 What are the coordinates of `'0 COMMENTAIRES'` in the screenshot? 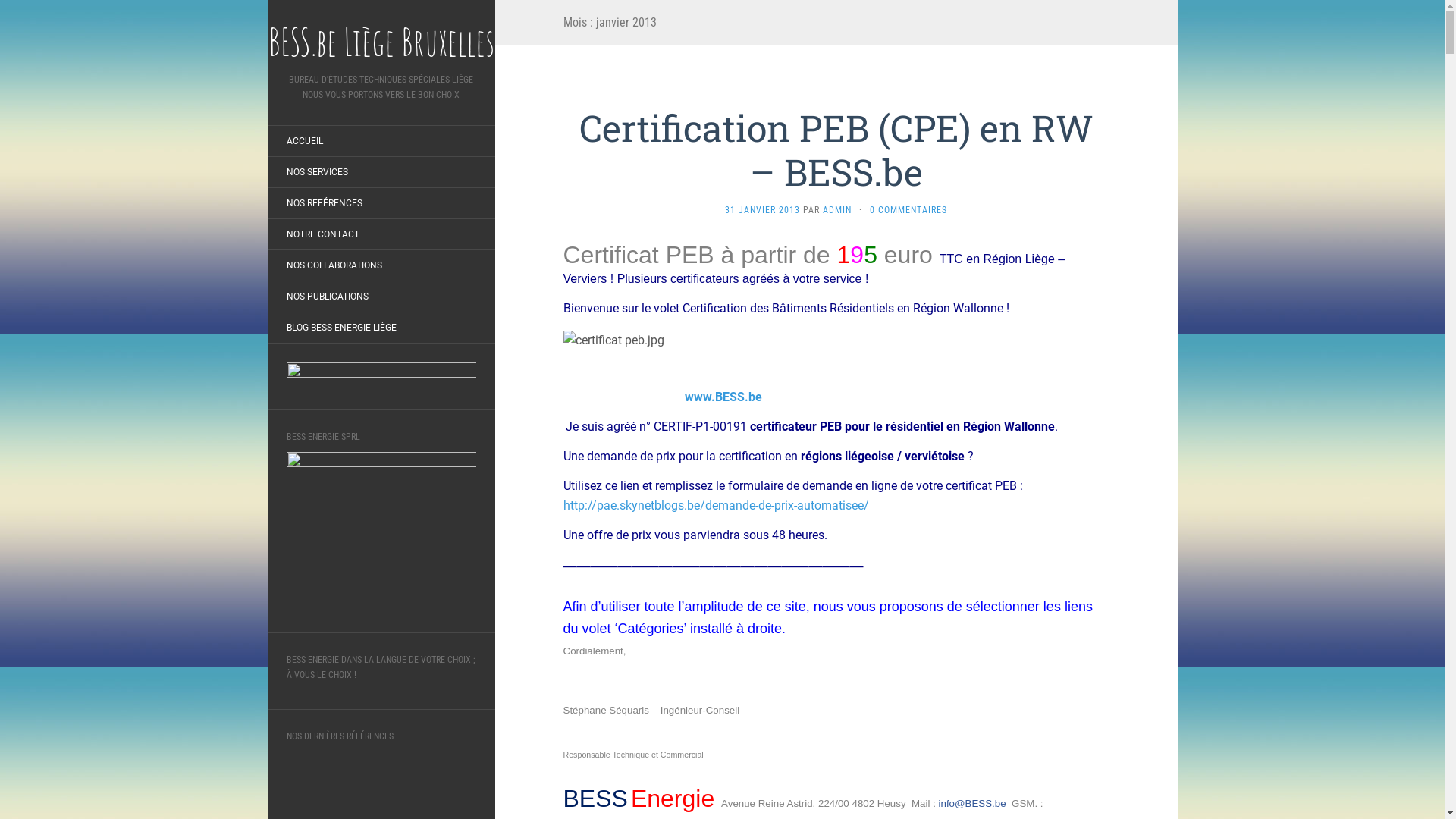 It's located at (908, 210).